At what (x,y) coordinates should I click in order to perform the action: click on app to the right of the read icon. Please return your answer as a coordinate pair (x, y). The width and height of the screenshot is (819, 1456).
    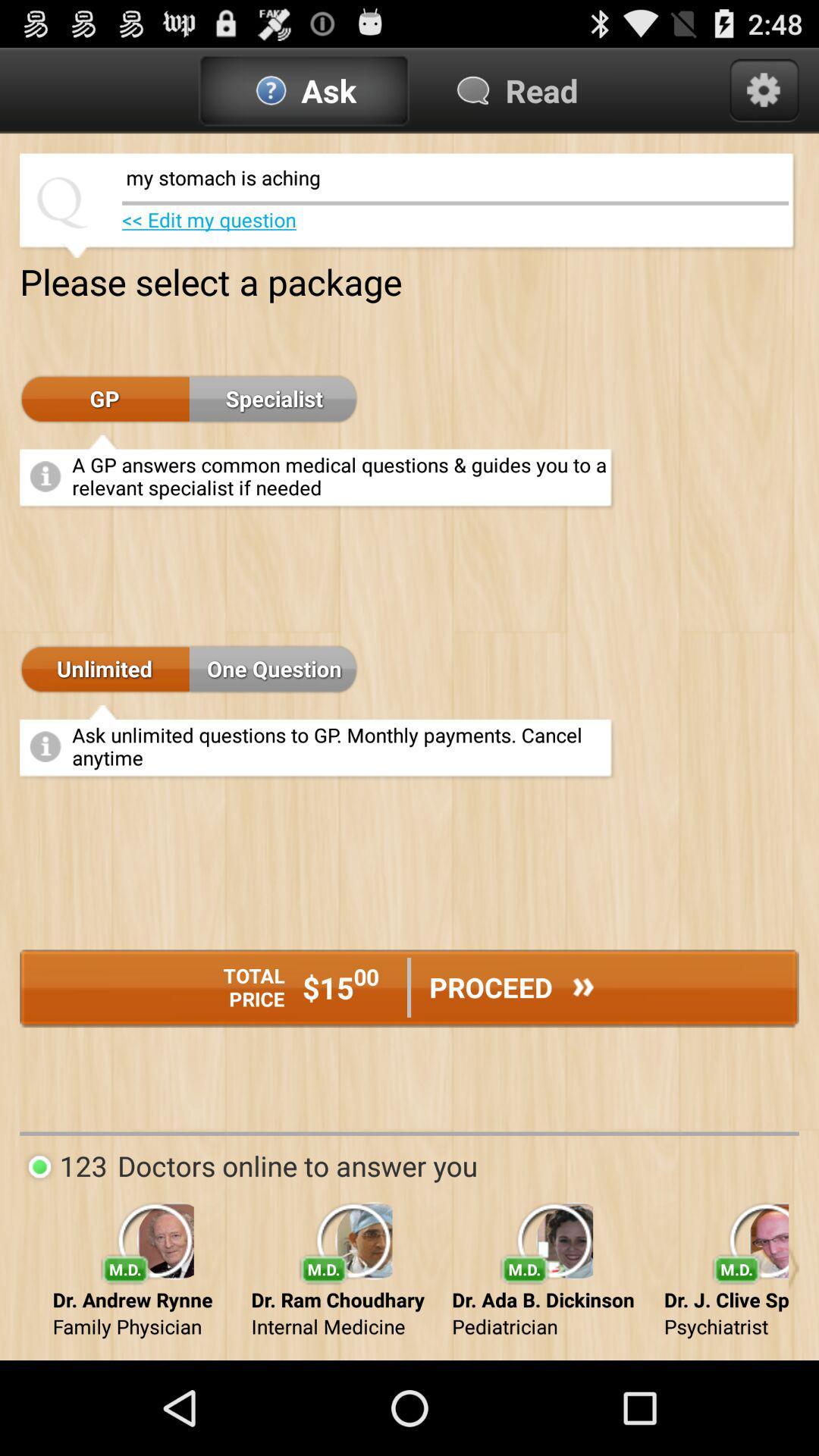
    Looking at the image, I should click on (764, 89).